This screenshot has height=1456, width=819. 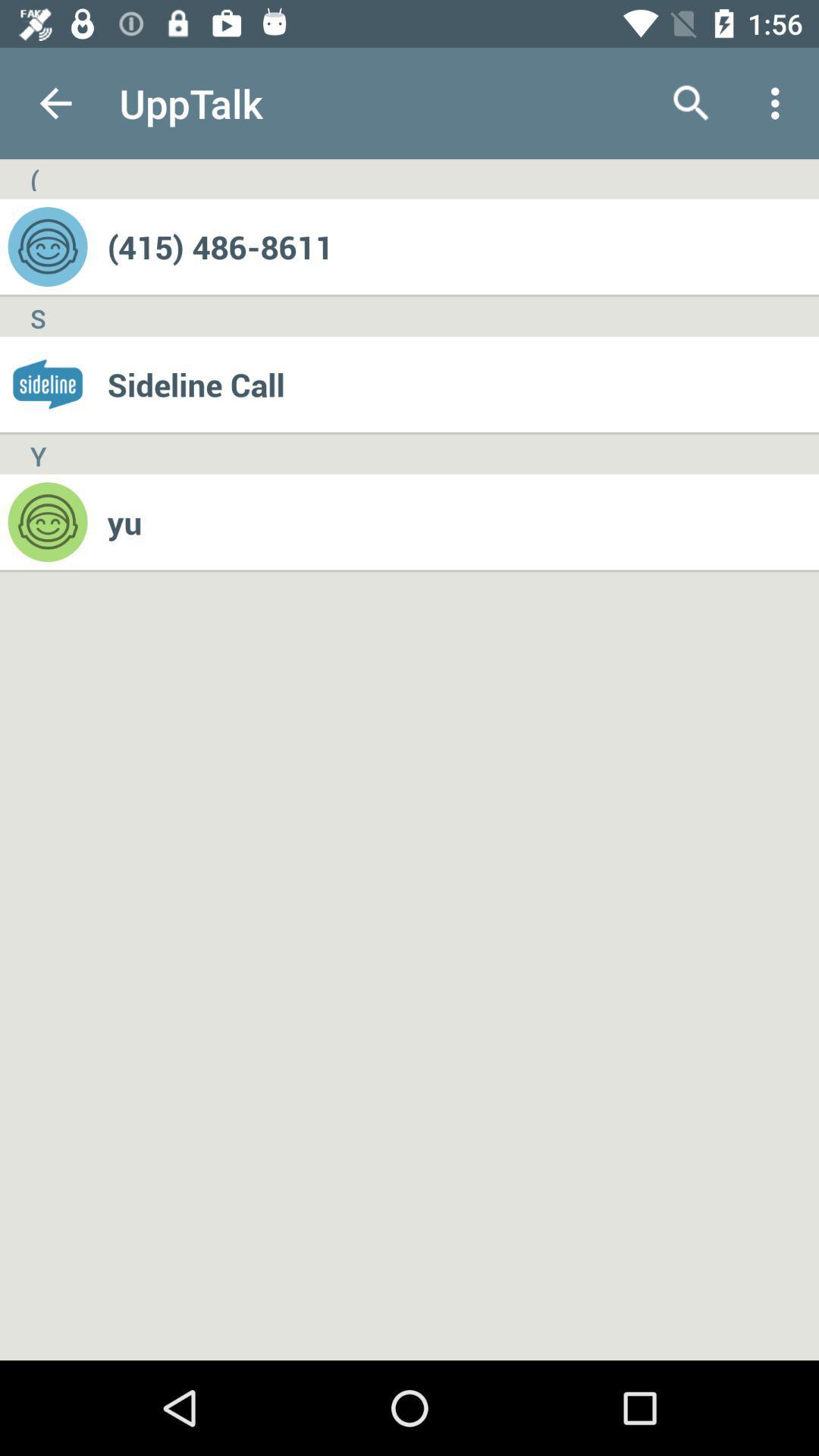 What do you see at coordinates (55, 102) in the screenshot?
I see `the icon to the left of upptalk icon` at bounding box center [55, 102].